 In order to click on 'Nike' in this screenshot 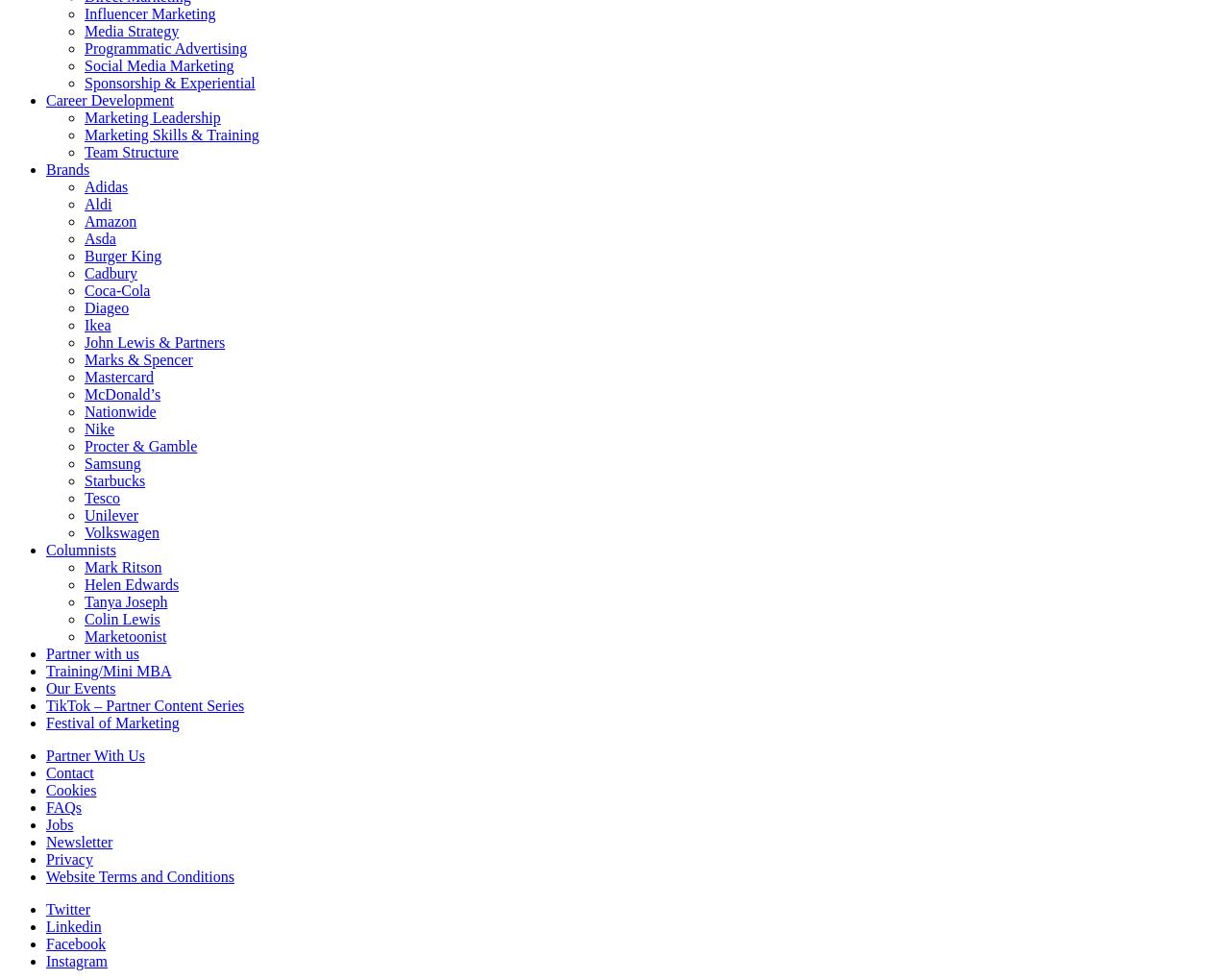, I will do `click(84, 428)`.